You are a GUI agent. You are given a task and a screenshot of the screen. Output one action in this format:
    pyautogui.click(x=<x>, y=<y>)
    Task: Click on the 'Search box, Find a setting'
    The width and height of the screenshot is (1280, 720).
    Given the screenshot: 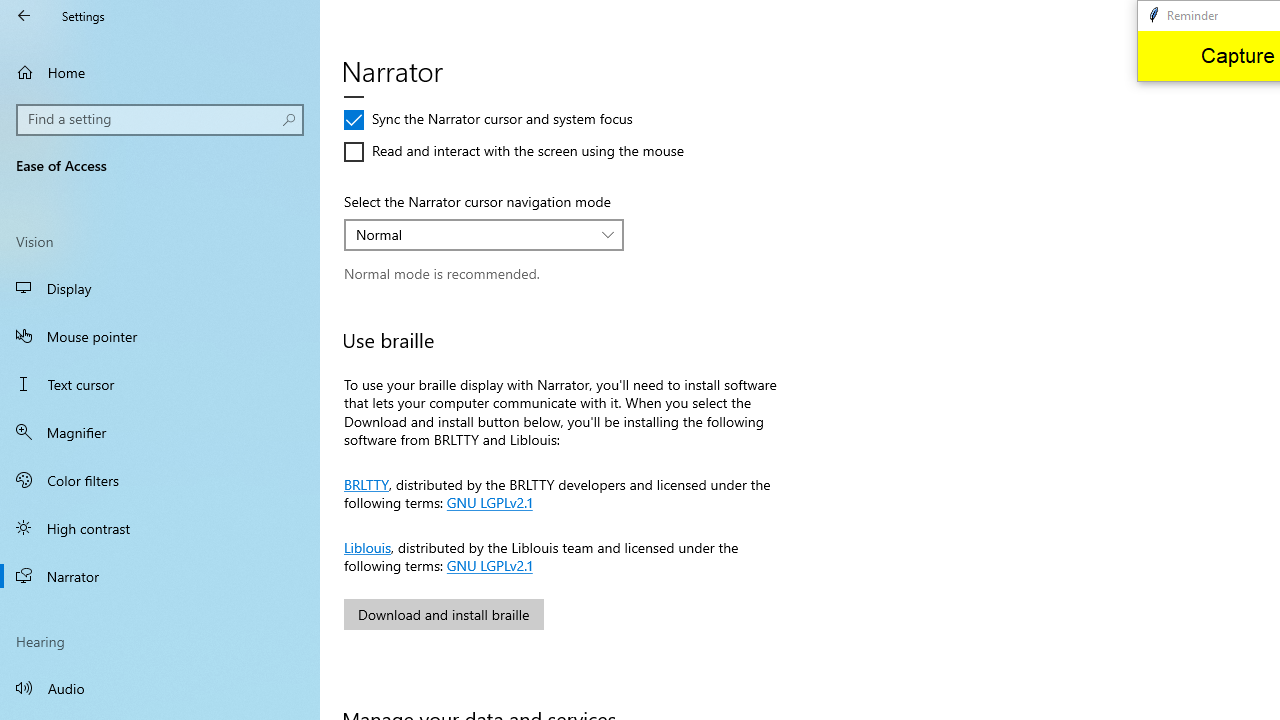 What is the action you would take?
    pyautogui.click(x=160, y=119)
    